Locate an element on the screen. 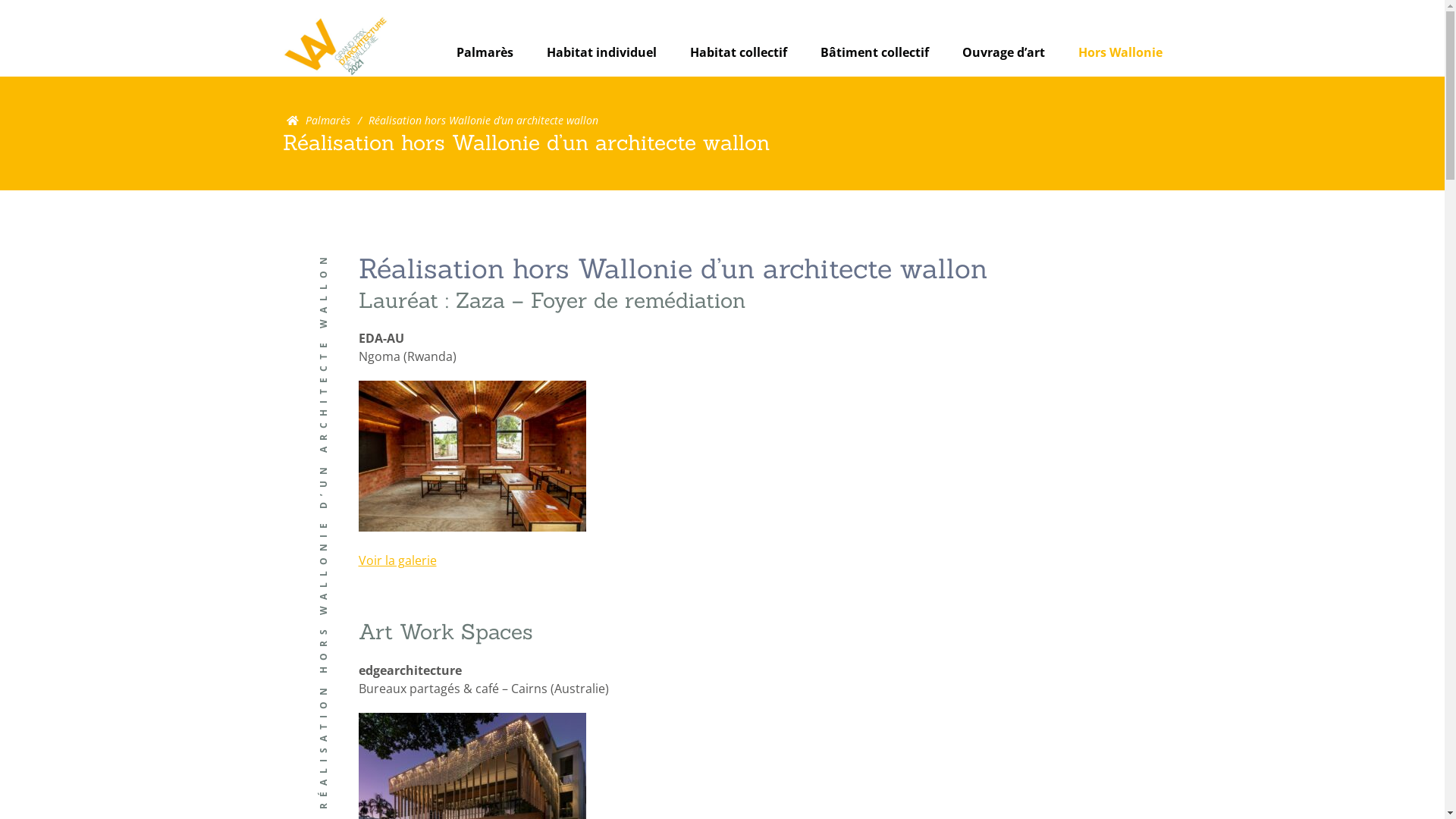 This screenshot has width=1456, height=819. 'Habitat collectif' is located at coordinates (739, 52).